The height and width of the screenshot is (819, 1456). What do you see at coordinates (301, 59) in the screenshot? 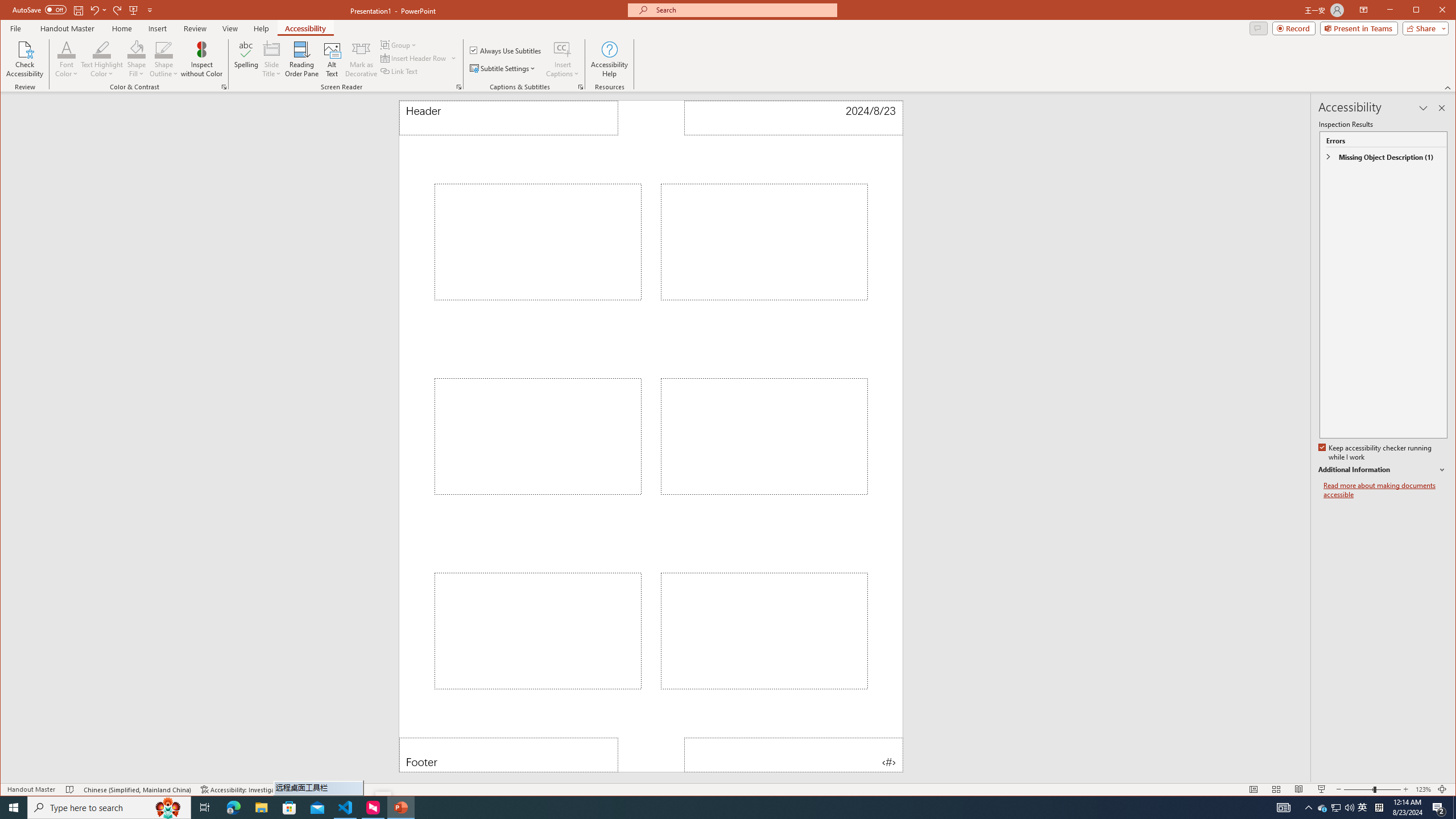
I see `'Reading Order Pane'` at bounding box center [301, 59].